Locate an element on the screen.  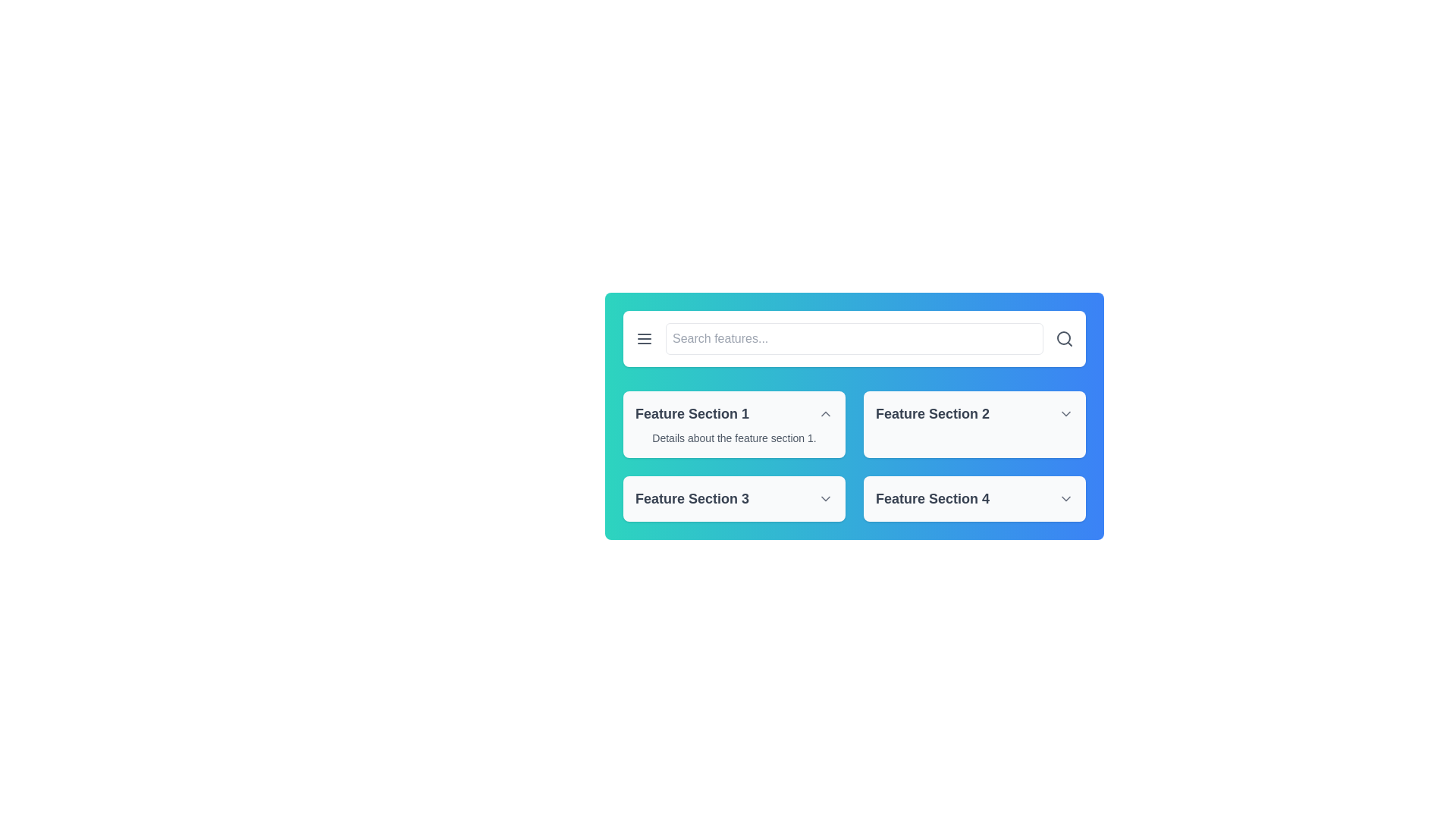
the Collapsible Section Header for 'Feature Section 3' is located at coordinates (734, 499).